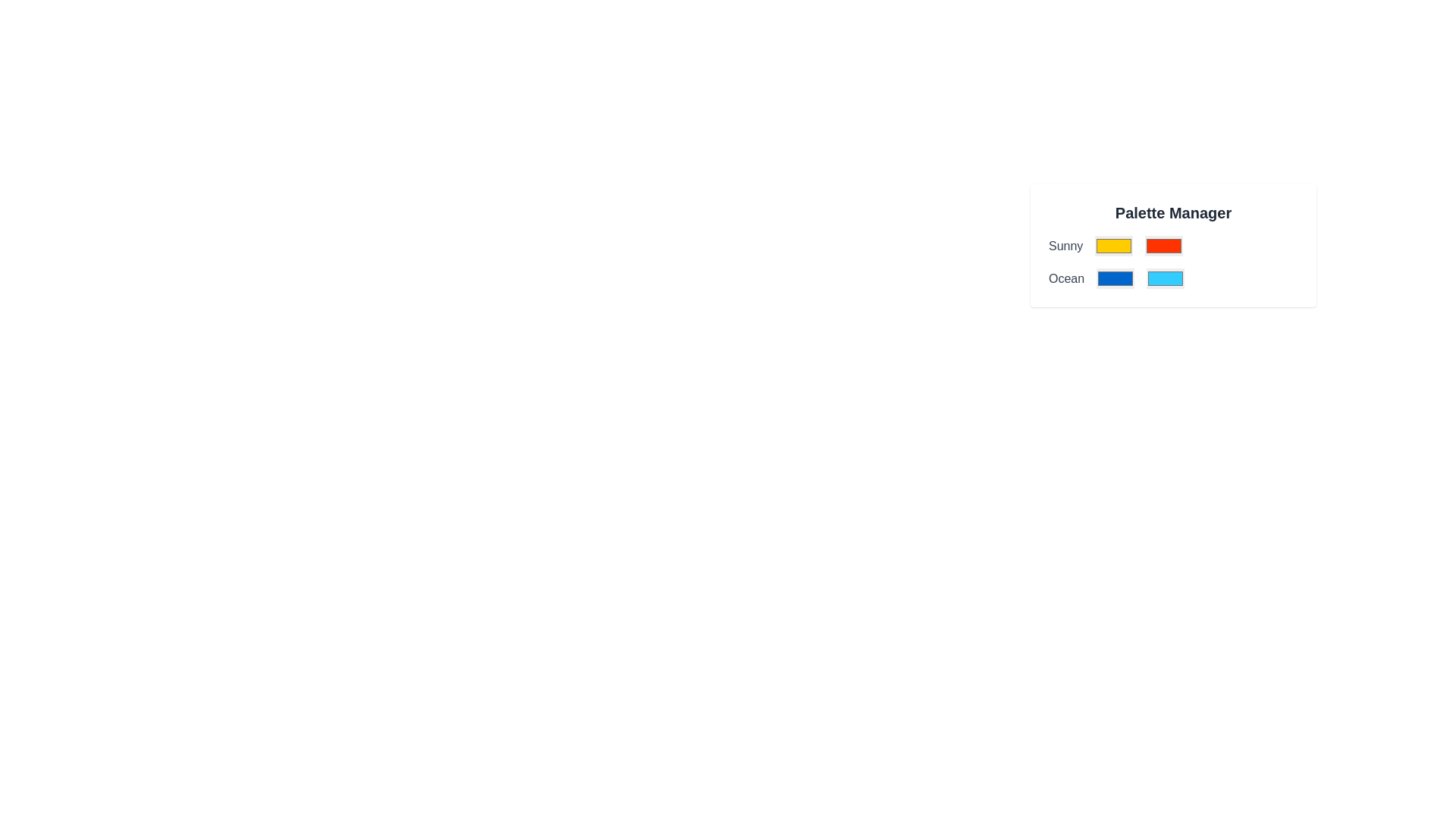 This screenshot has width=1456, height=819. Describe the element at coordinates (1116, 278) in the screenshot. I see `the rectangular blue color input box representing the second color option` at that location.